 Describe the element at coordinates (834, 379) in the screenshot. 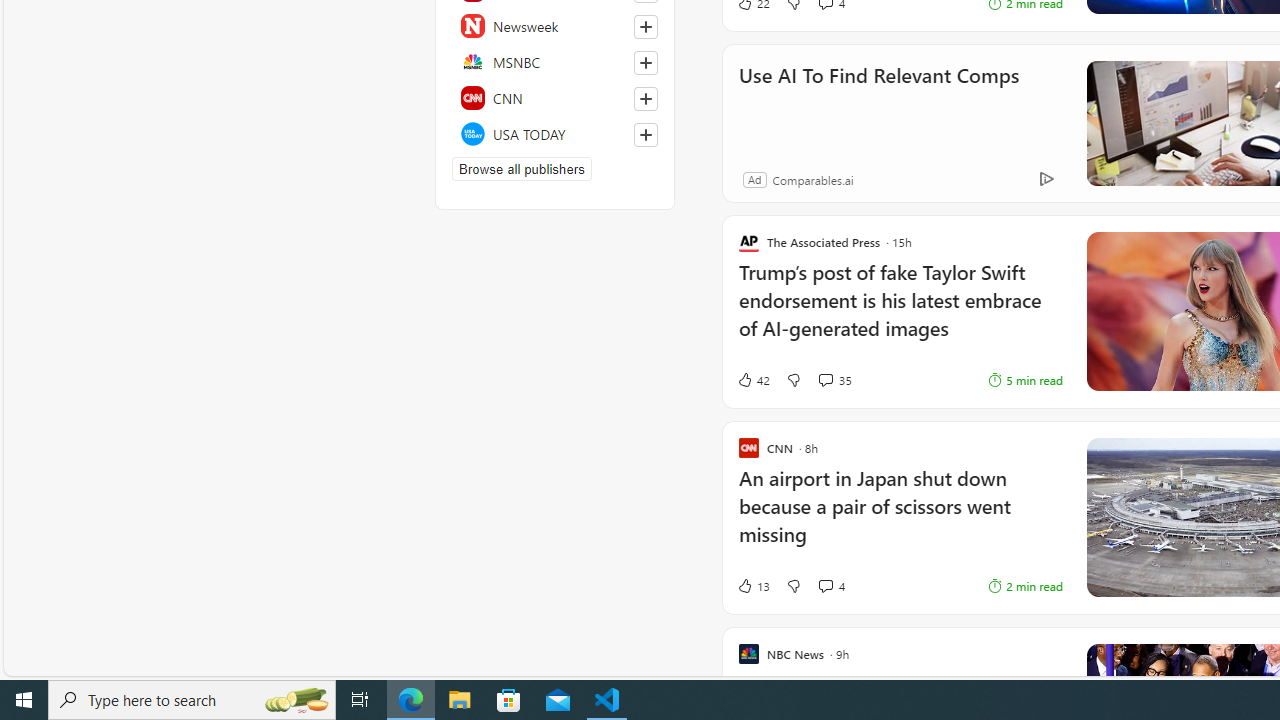

I see `'View comments 35 Comment'` at that location.